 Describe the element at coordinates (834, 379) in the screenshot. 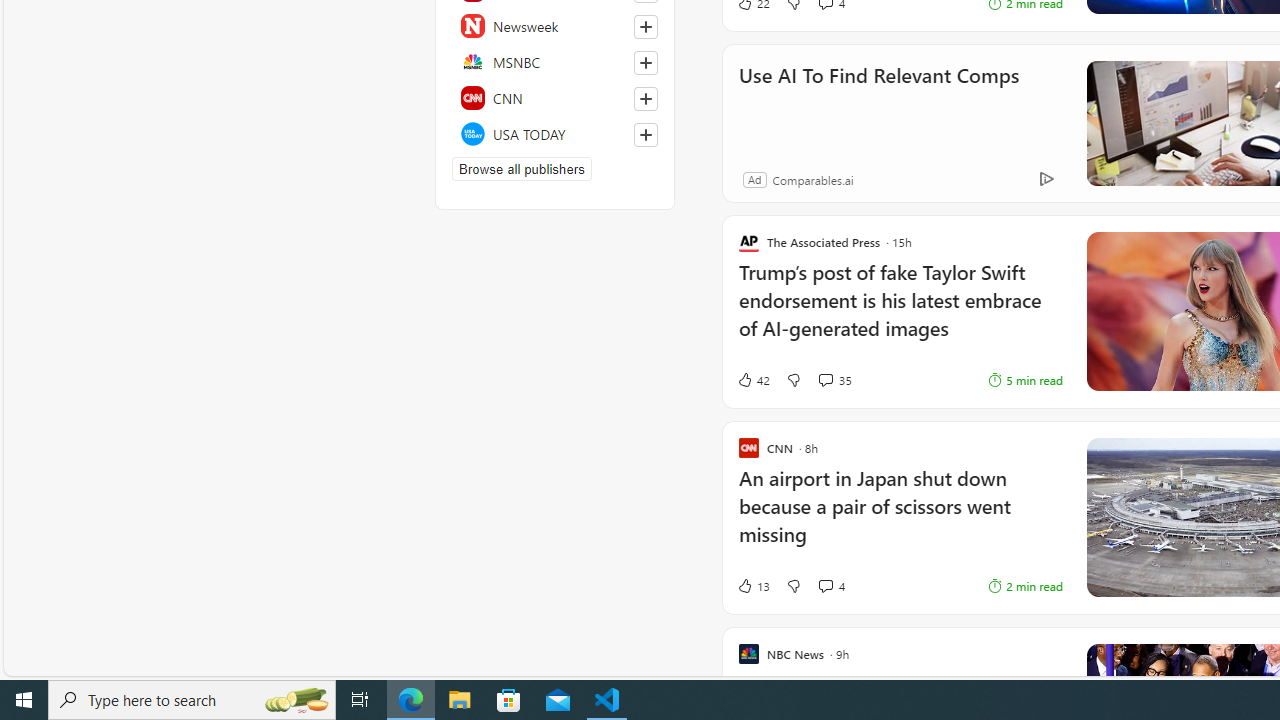

I see `'View comments 35 Comment'` at that location.